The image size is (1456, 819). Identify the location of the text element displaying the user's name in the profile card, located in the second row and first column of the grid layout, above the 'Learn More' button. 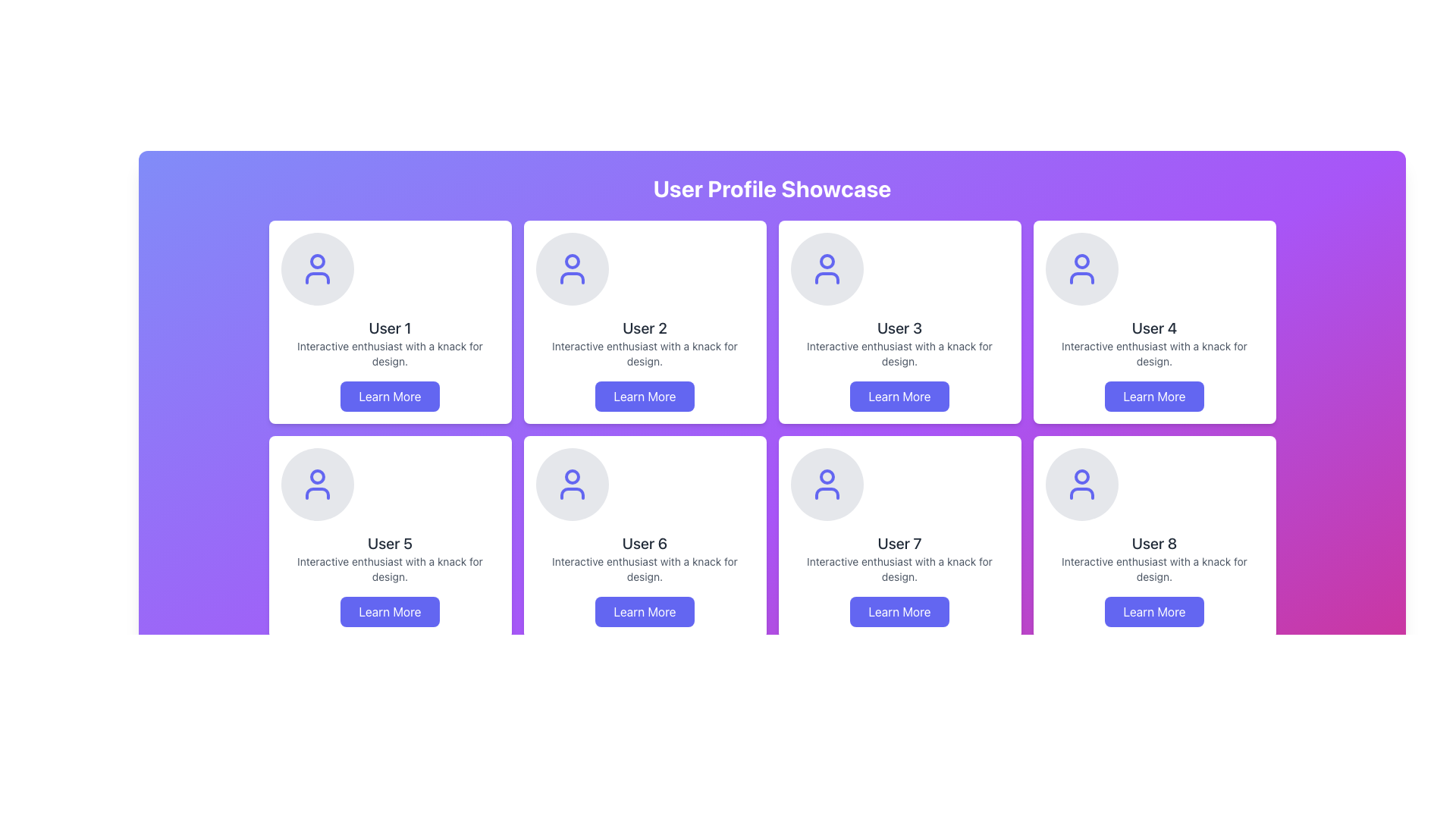
(390, 543).